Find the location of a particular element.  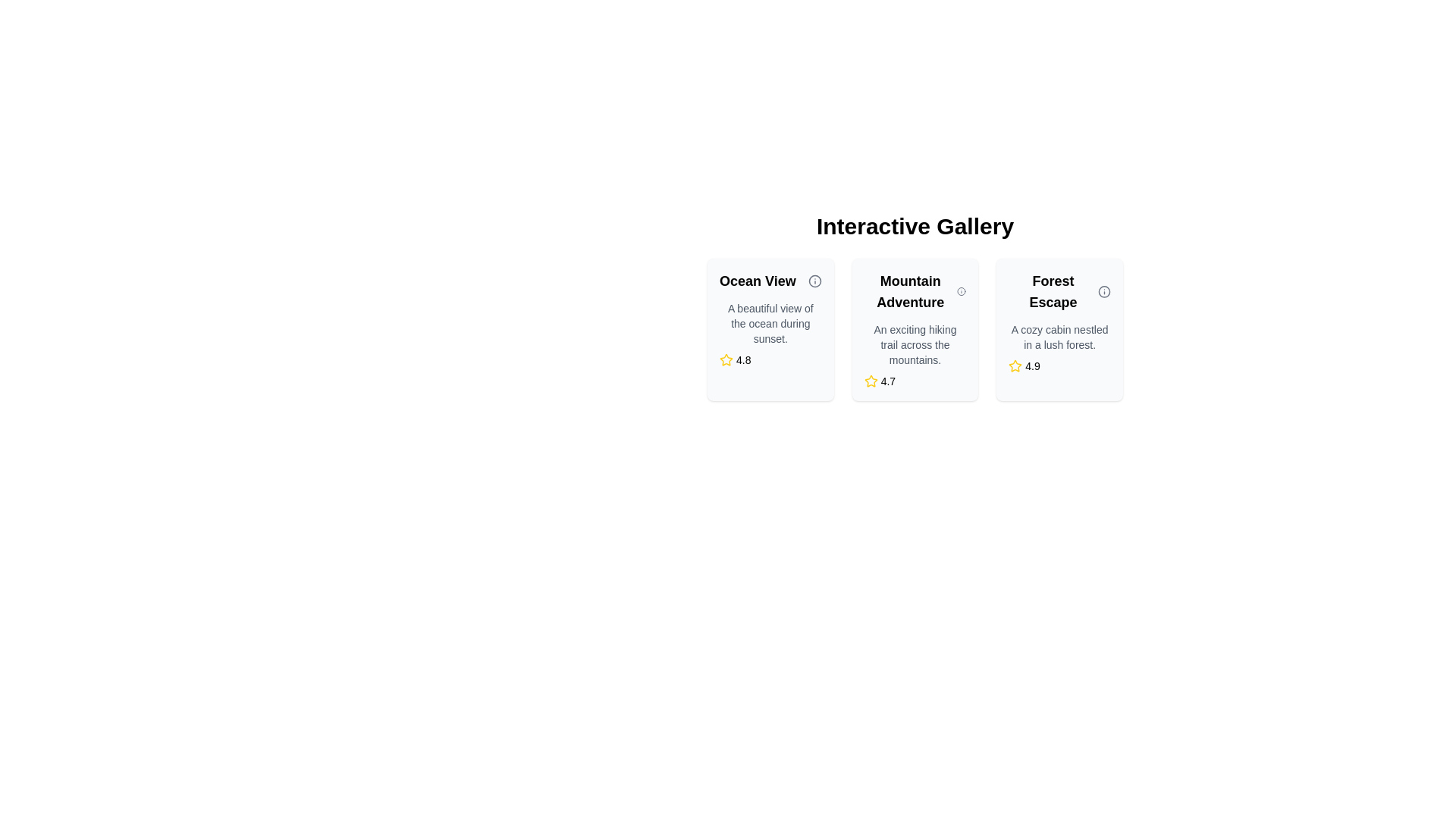

the text block displaying 'A beautiful view of the ocean during sunset.' within the 'Ocean View' card is located at coordinates (770, 323).